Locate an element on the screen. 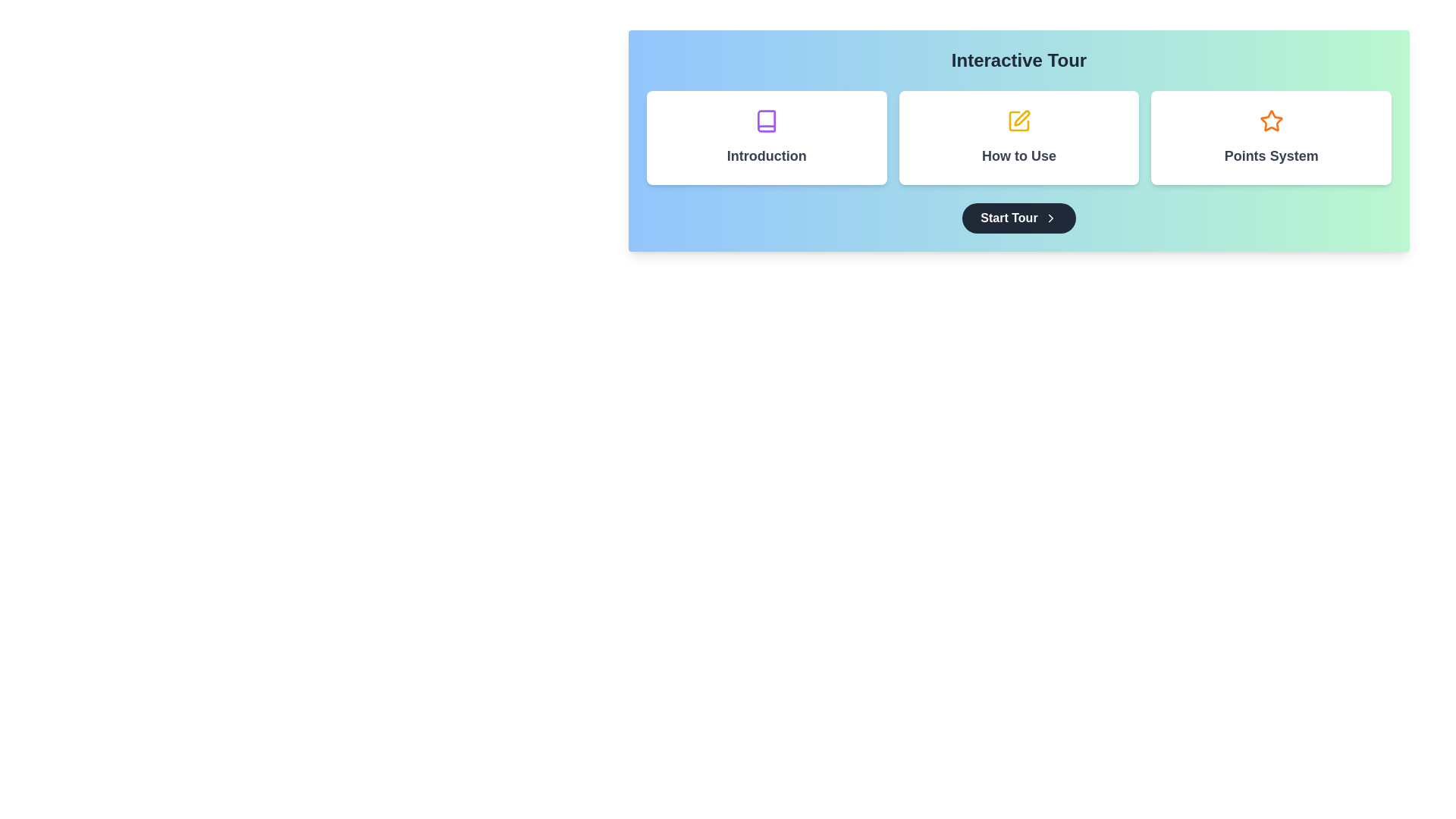 This screenshot has width=1456, height=819. the text label indicating the purpose of the 'Points System' located in the third card from the left, below the gold star icon is located at coordinates (1271, 155).